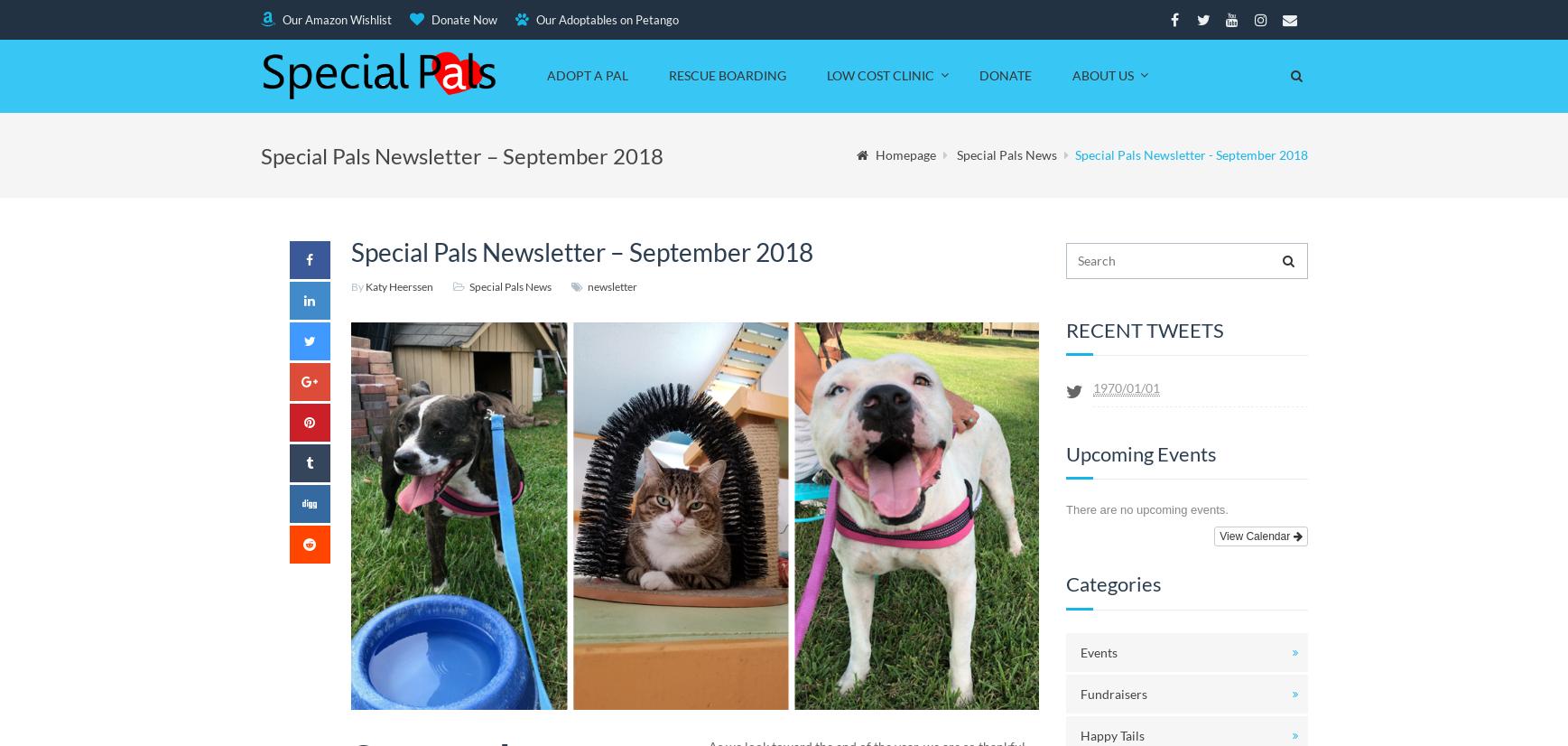 The height and width of the screenshot is (746, 1568). What do you see at coordinates (1113, 583) in the screenshot?
I see `'Categories'` at bounding box center [1113, 583].